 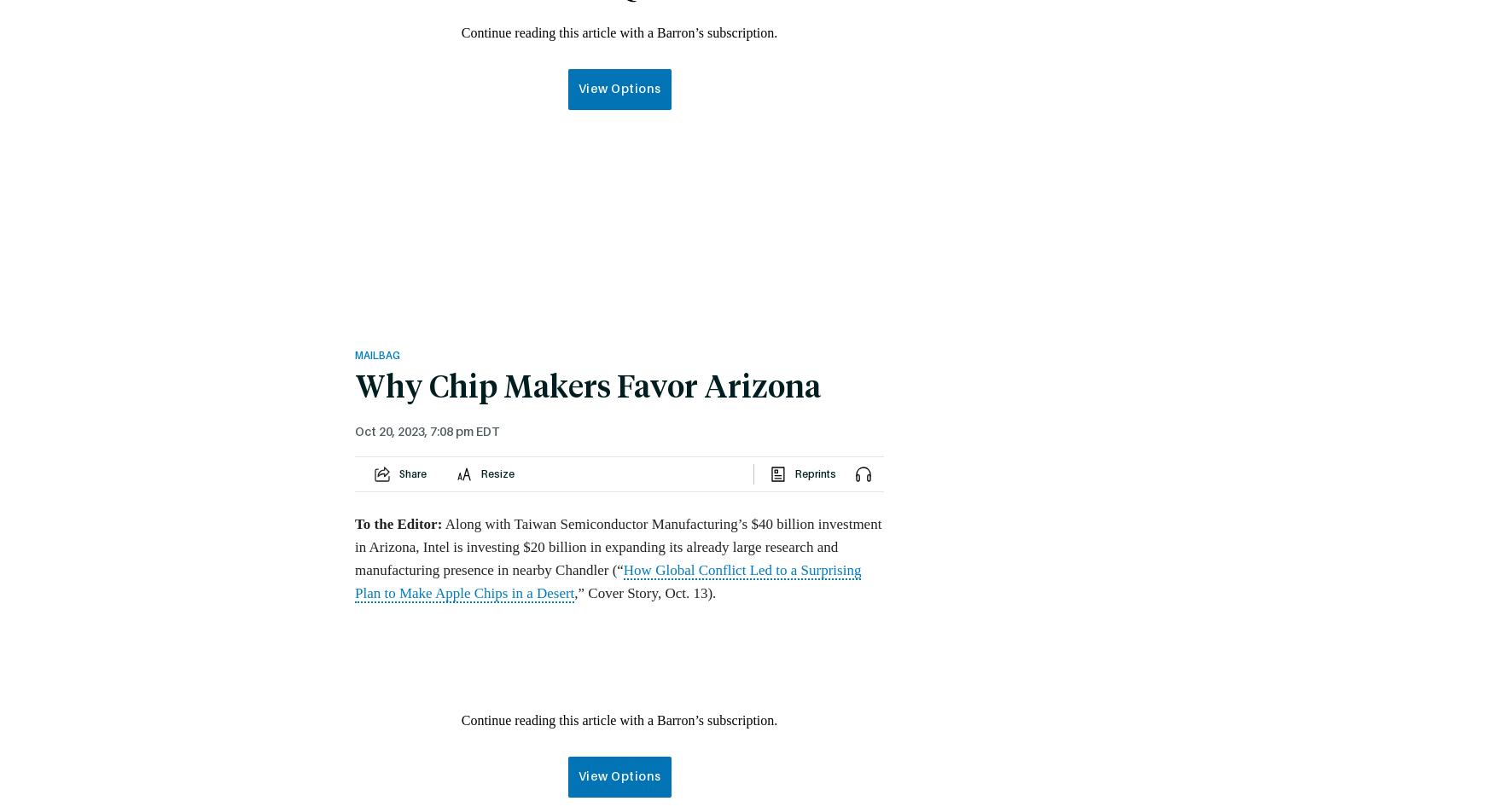 What do you see at coordinates (411, 473) in the screenshot?
I see `'Share'` at bounding box center [411, 473].